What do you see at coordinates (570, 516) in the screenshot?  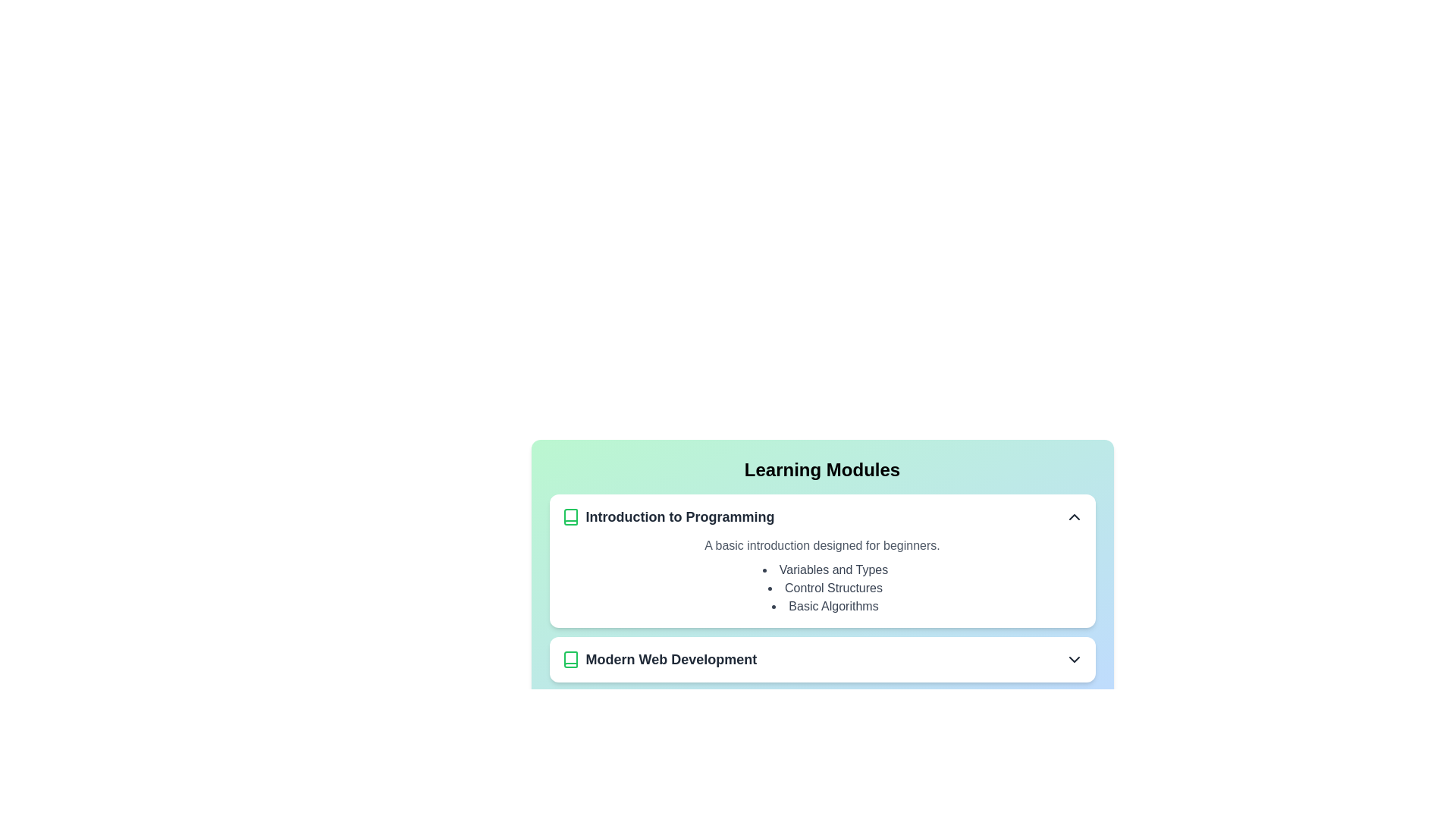 I see `the green book icon located to the left of the 'Introduction to Programming' section header for contextual information` at bounding box center [570, 516].